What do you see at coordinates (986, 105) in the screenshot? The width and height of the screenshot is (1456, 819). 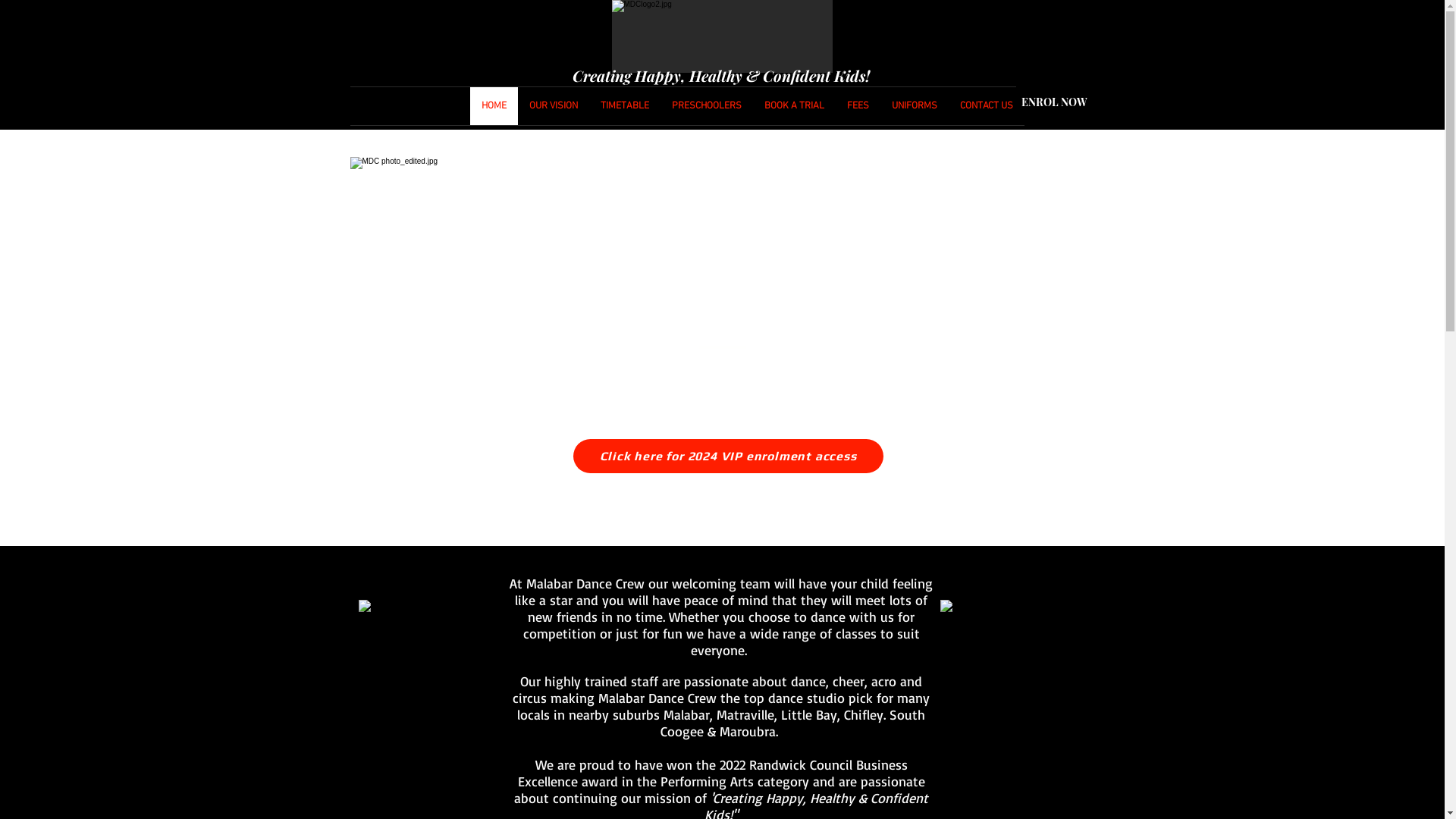 I see `'CONTACT US'` at bounding box center [986, 105].